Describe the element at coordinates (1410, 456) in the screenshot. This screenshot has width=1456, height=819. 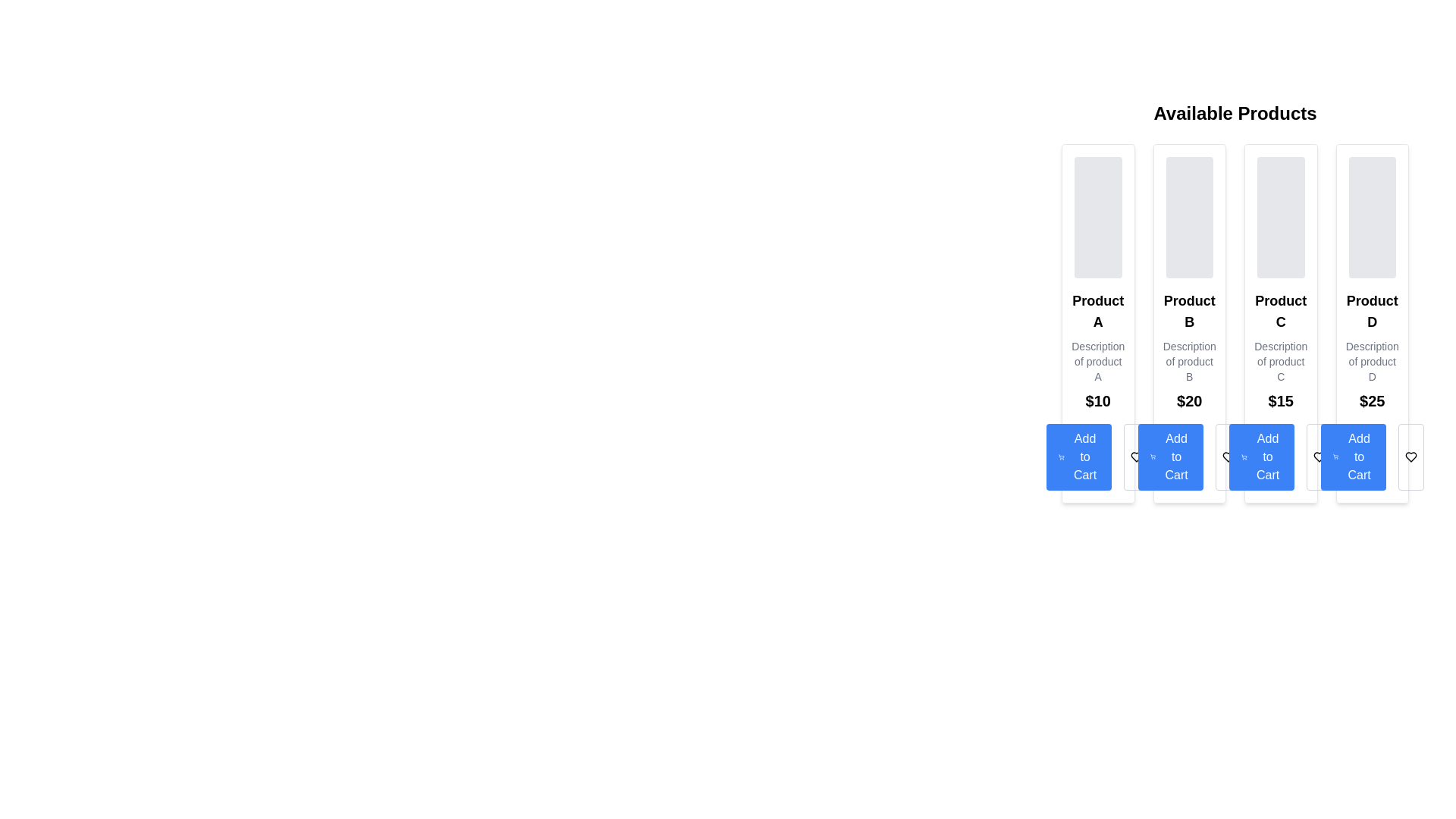
I see `the rounded rectangle button with a thin border and outlined heart icon located to the far right of the controls beneath 'Product D' to mark the product as favorite` at that location.